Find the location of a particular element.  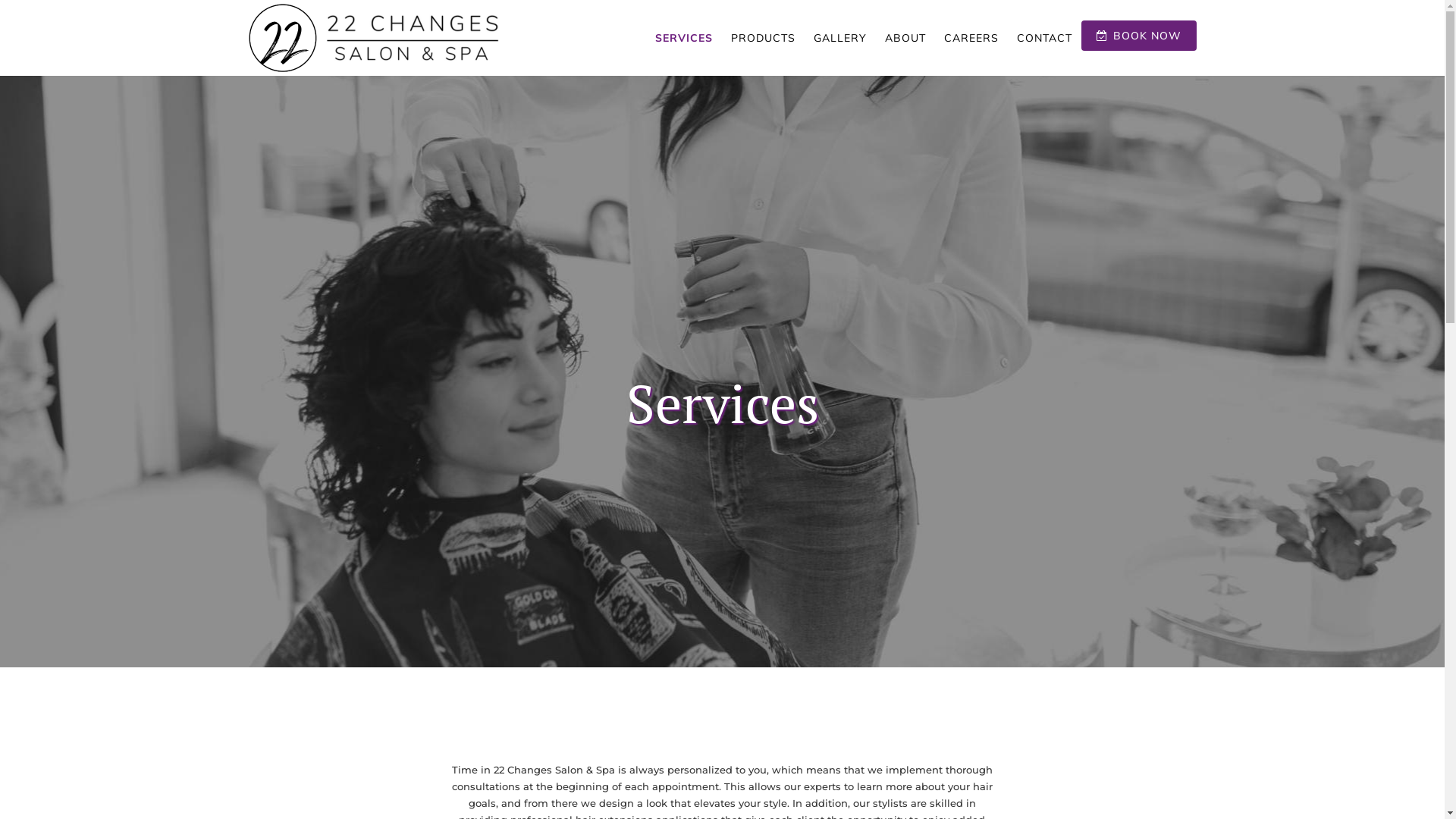

'ABOUT' is located at coordinates (905, 37).